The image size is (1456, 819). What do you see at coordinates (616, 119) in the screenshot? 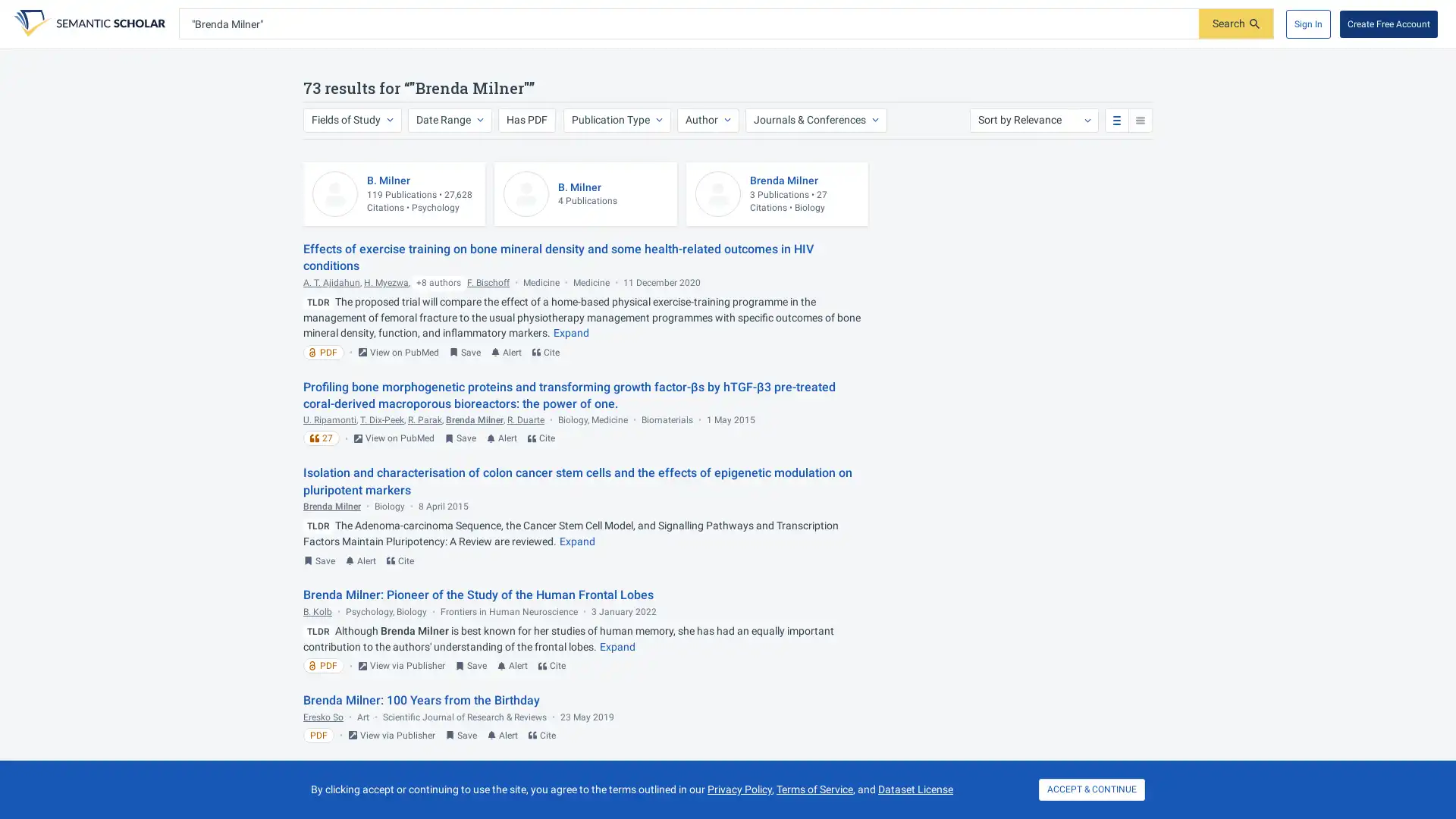
I see `Publication Type` at bounding box center [616, 119].